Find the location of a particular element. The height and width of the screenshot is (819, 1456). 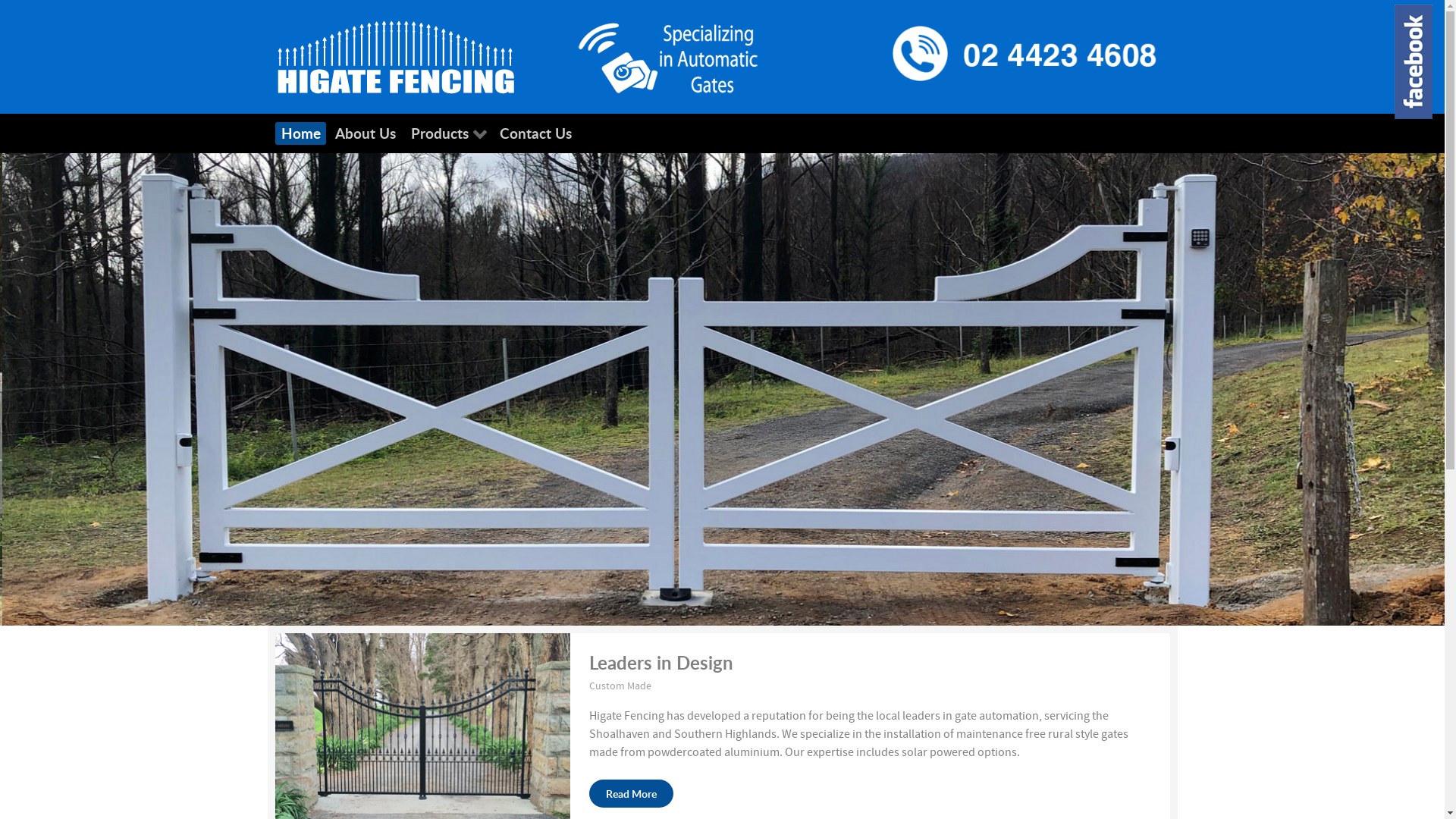

'Callisto' is located at coordinates (667, 55).